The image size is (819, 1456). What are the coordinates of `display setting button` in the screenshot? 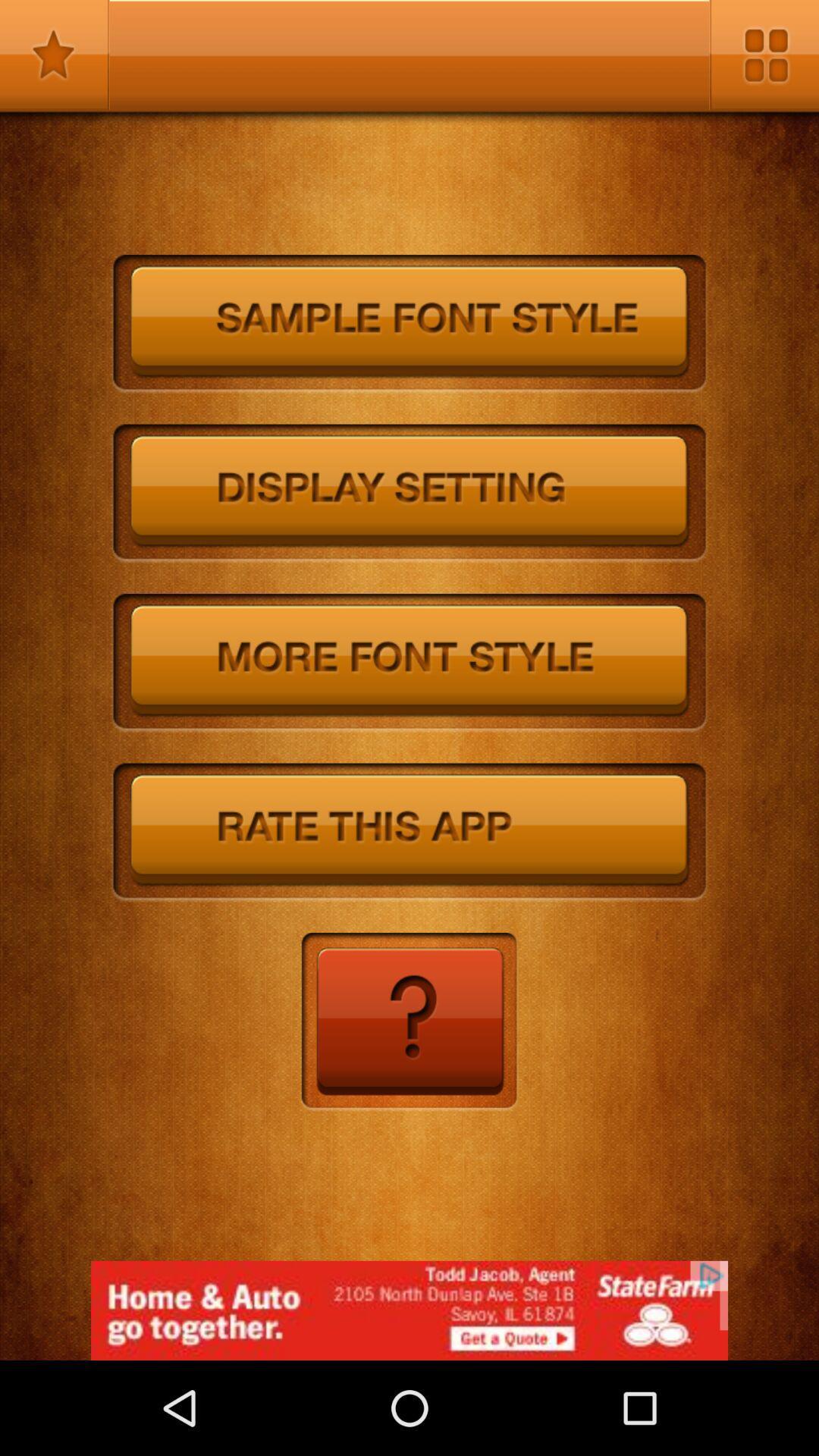 It's located at (409, 494).